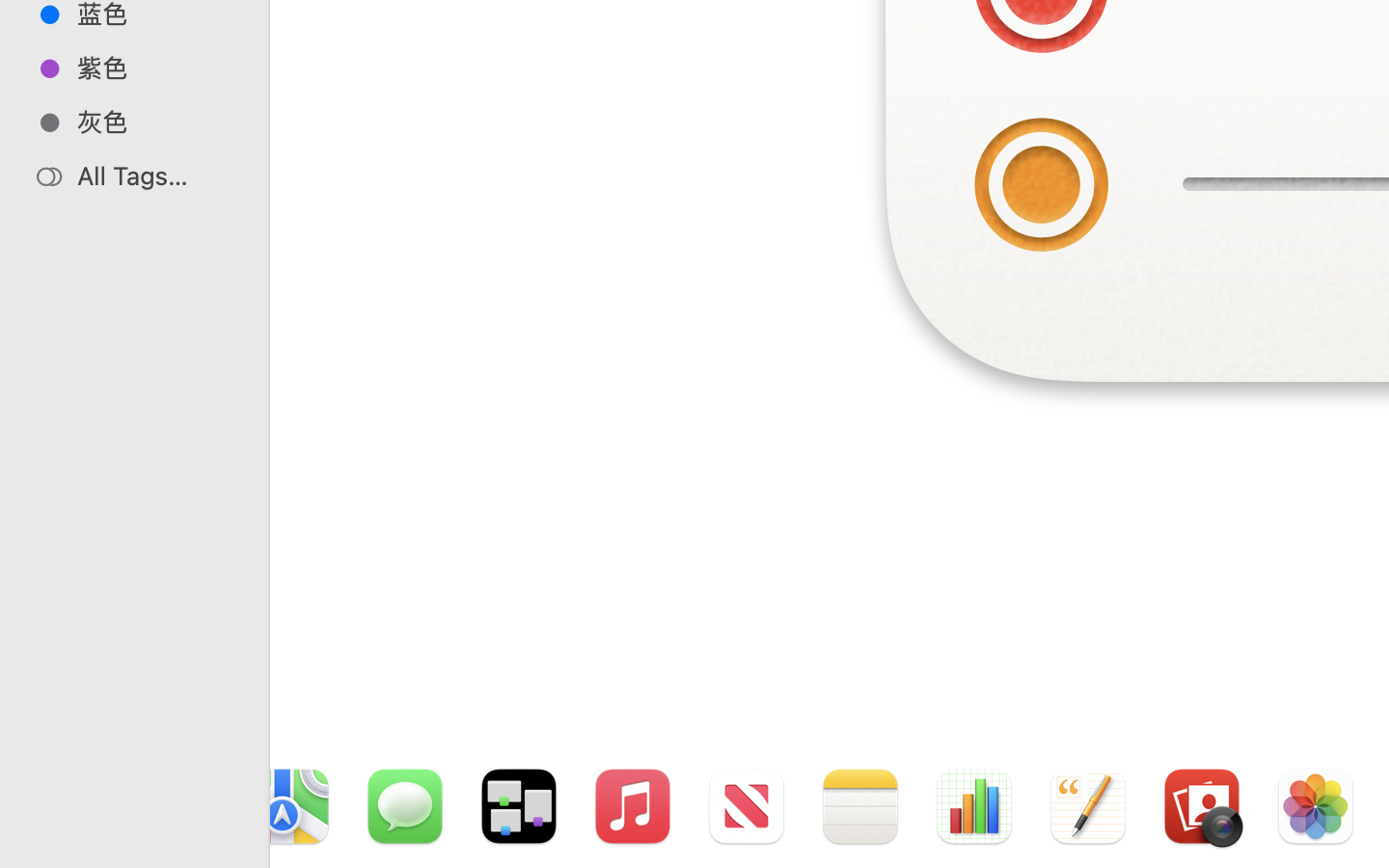 This screenshot has height=868, width=1389. I want to click on 'All Tags…', so click(153, 175).